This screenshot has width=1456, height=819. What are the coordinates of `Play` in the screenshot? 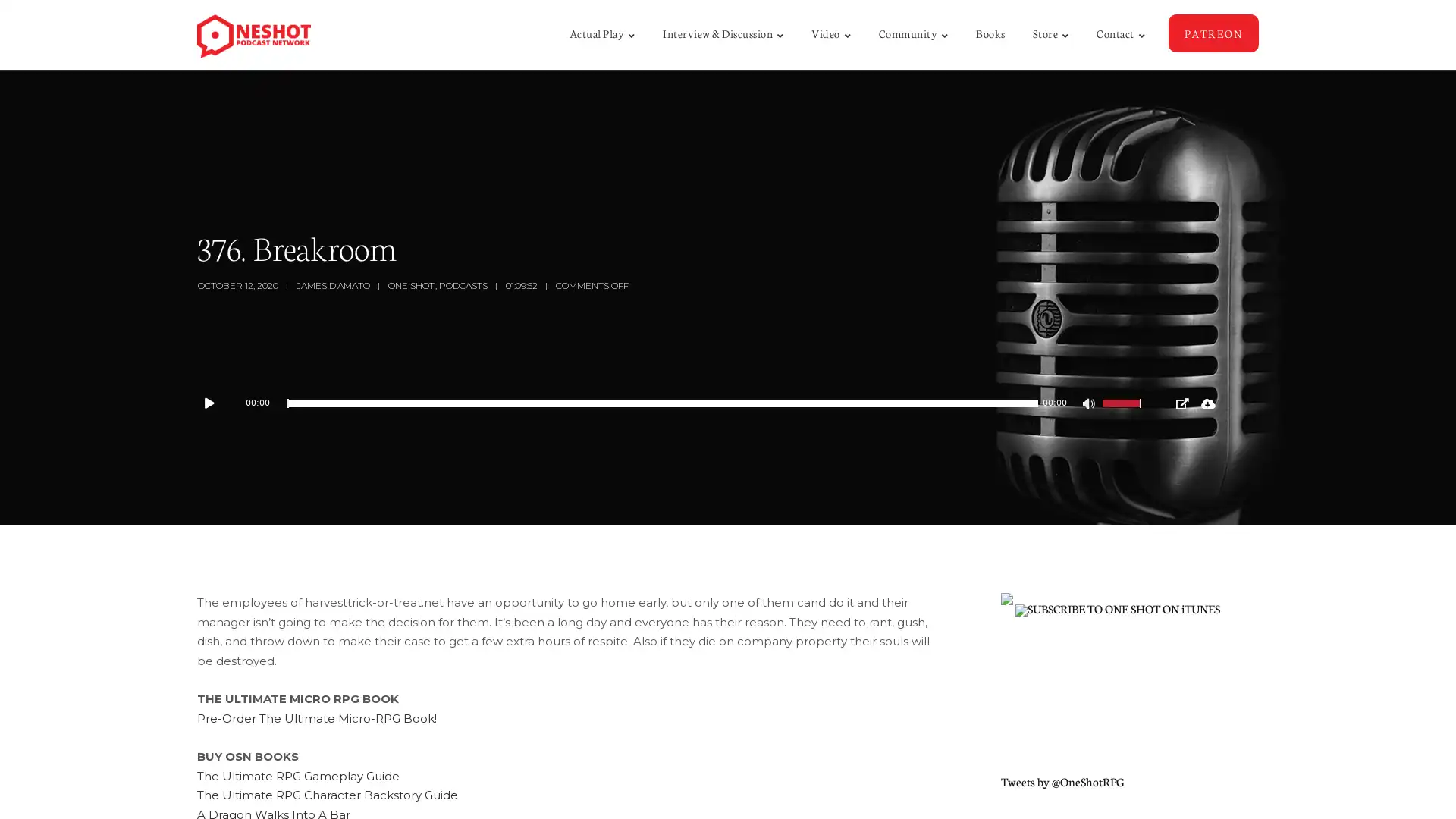 It's located at (216, 403).